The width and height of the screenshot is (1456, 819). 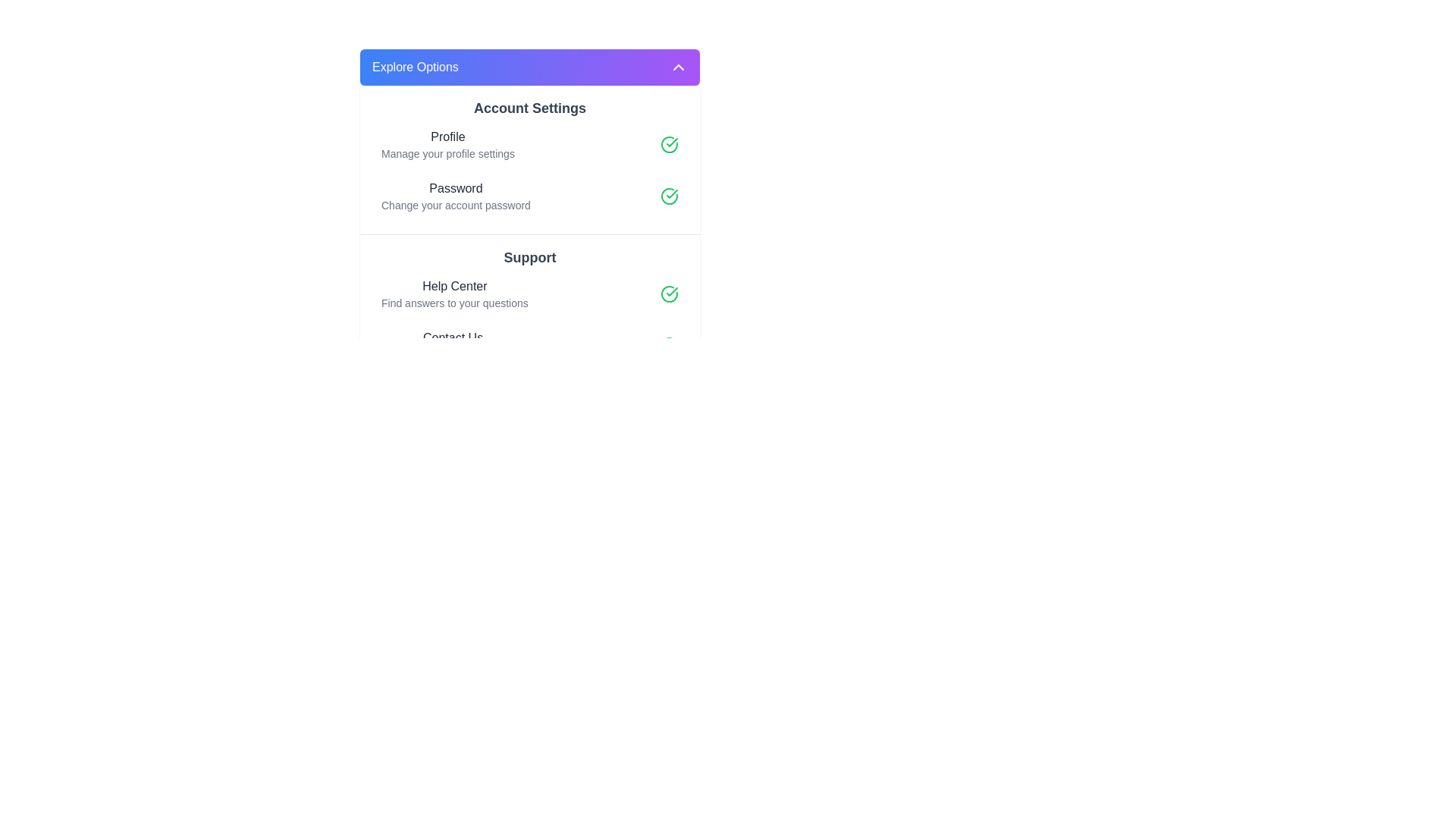 I want to click on the descriptive text located directly below the 'Help Center' heading in the 'Support' section, so click(x=453, y=303).